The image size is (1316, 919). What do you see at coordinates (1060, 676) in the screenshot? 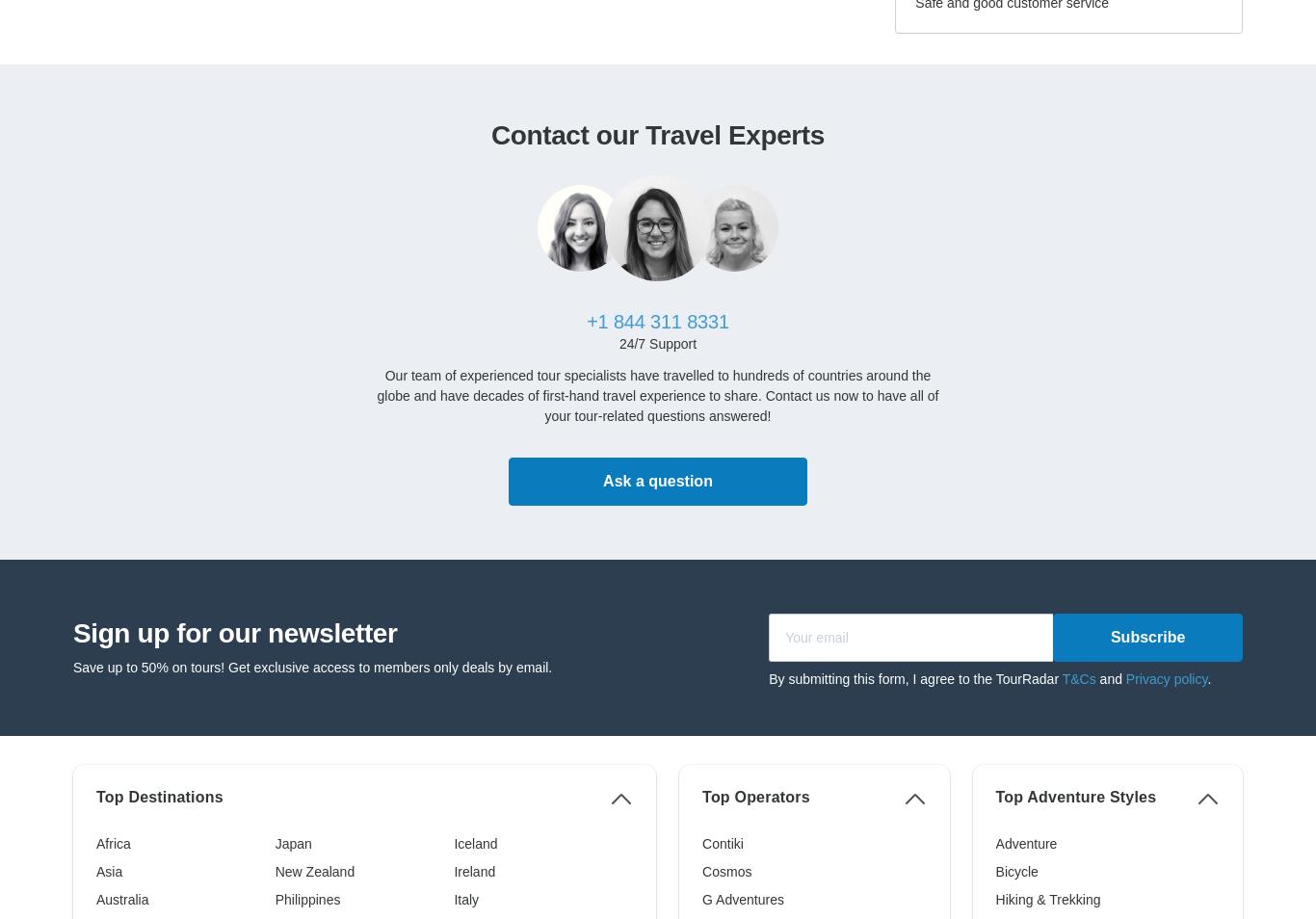
I see `'T&Cs'` at bounding box center [1060, 676].